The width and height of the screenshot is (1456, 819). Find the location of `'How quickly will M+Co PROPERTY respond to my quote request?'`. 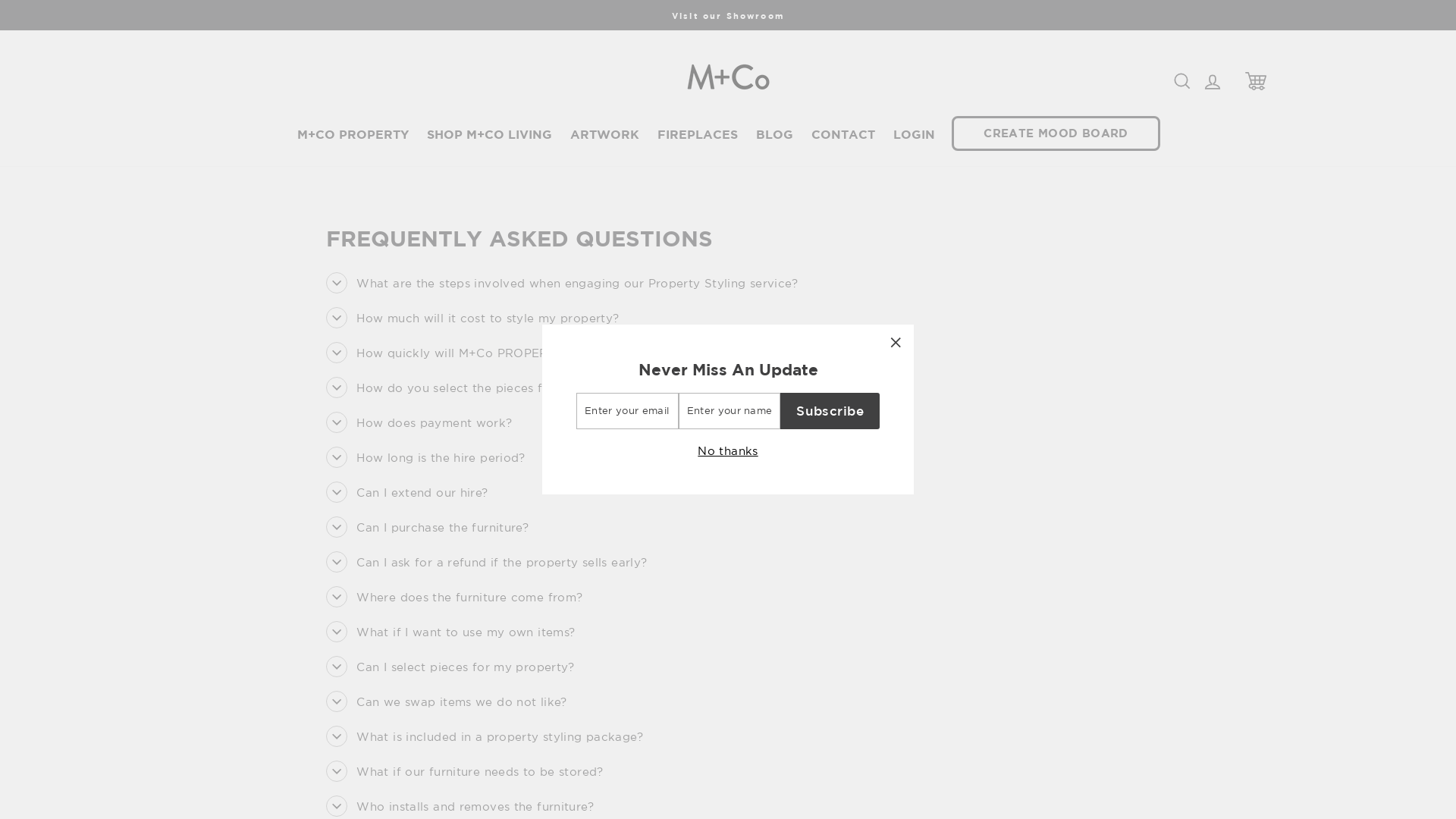

'How quickly will M+Co PROPERTY respond to my quote request?' is located at coordinates (538, 353).